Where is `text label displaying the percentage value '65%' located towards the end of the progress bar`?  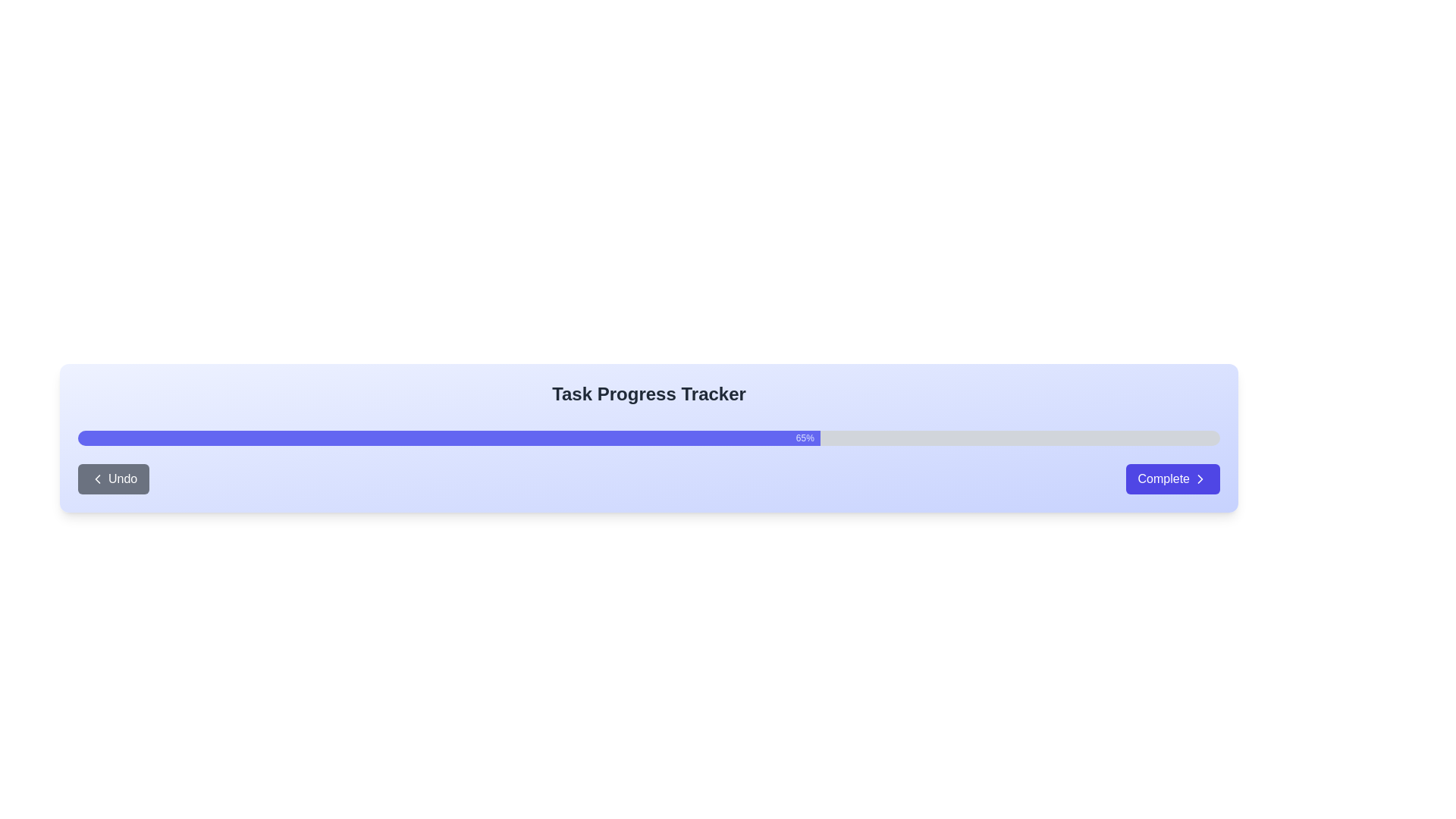 text label displaying the percentage value '65%' located towards the end of the progress bar is located at coordinates (804, 438).